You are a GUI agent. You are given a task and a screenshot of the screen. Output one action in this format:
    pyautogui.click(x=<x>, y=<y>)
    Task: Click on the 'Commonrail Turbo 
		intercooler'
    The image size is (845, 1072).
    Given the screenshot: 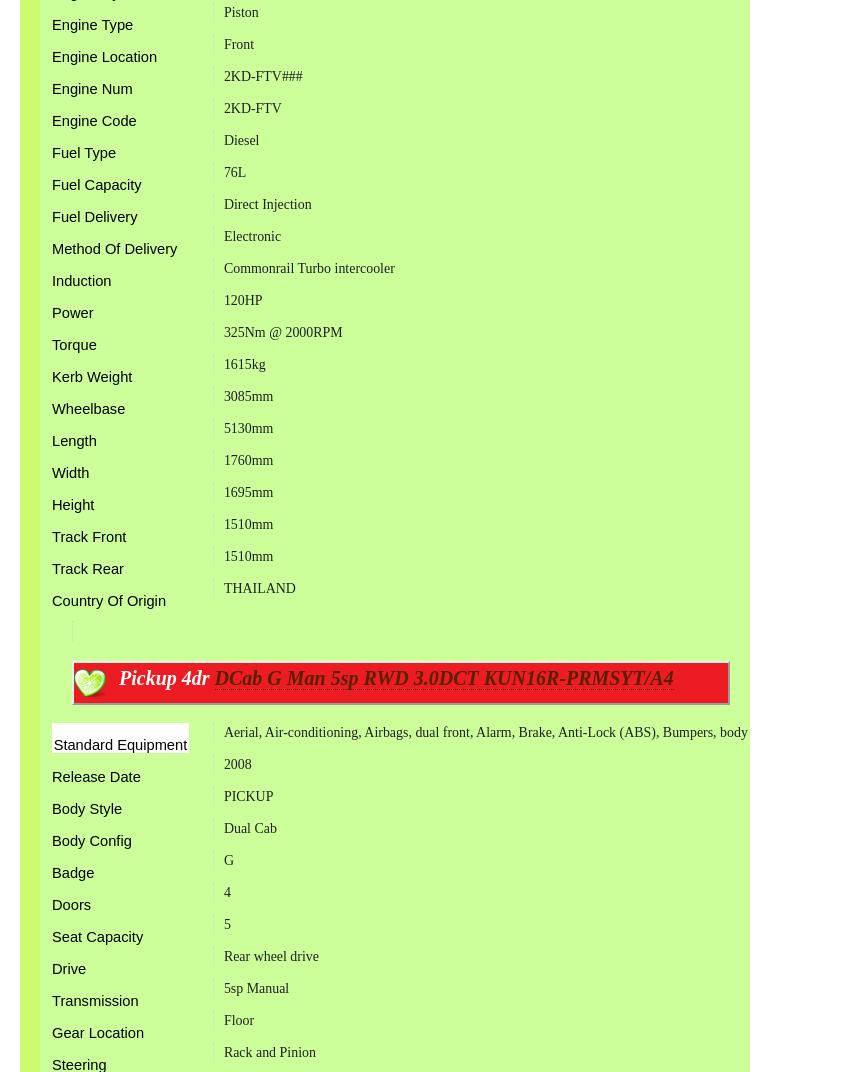 What is the action you would take?
    pyautogui.click(x=308, y=267)
    